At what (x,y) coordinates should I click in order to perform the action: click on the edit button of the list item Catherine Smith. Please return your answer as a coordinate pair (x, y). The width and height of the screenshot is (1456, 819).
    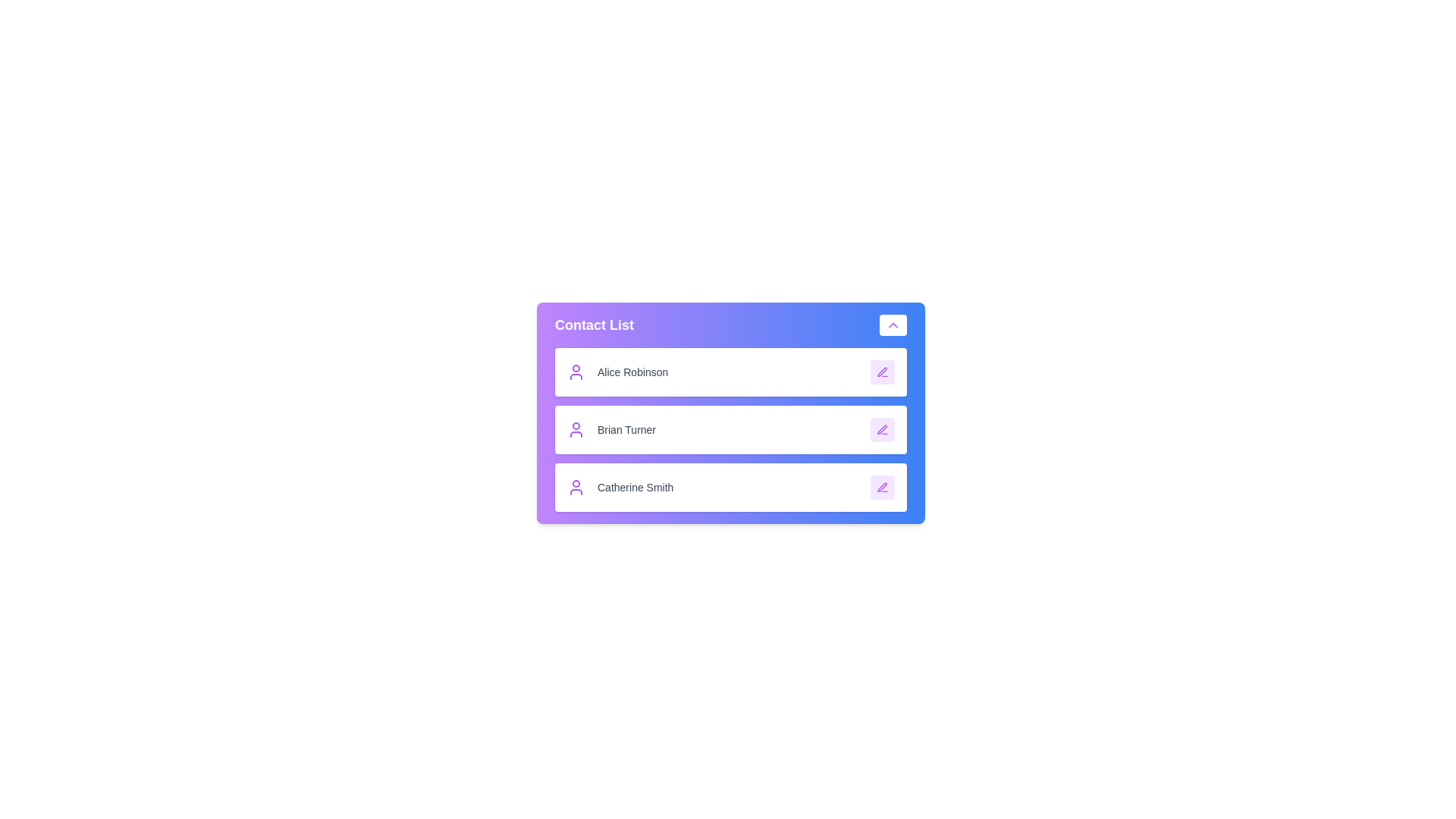
    Looking at the image, I should click on (882, 488).